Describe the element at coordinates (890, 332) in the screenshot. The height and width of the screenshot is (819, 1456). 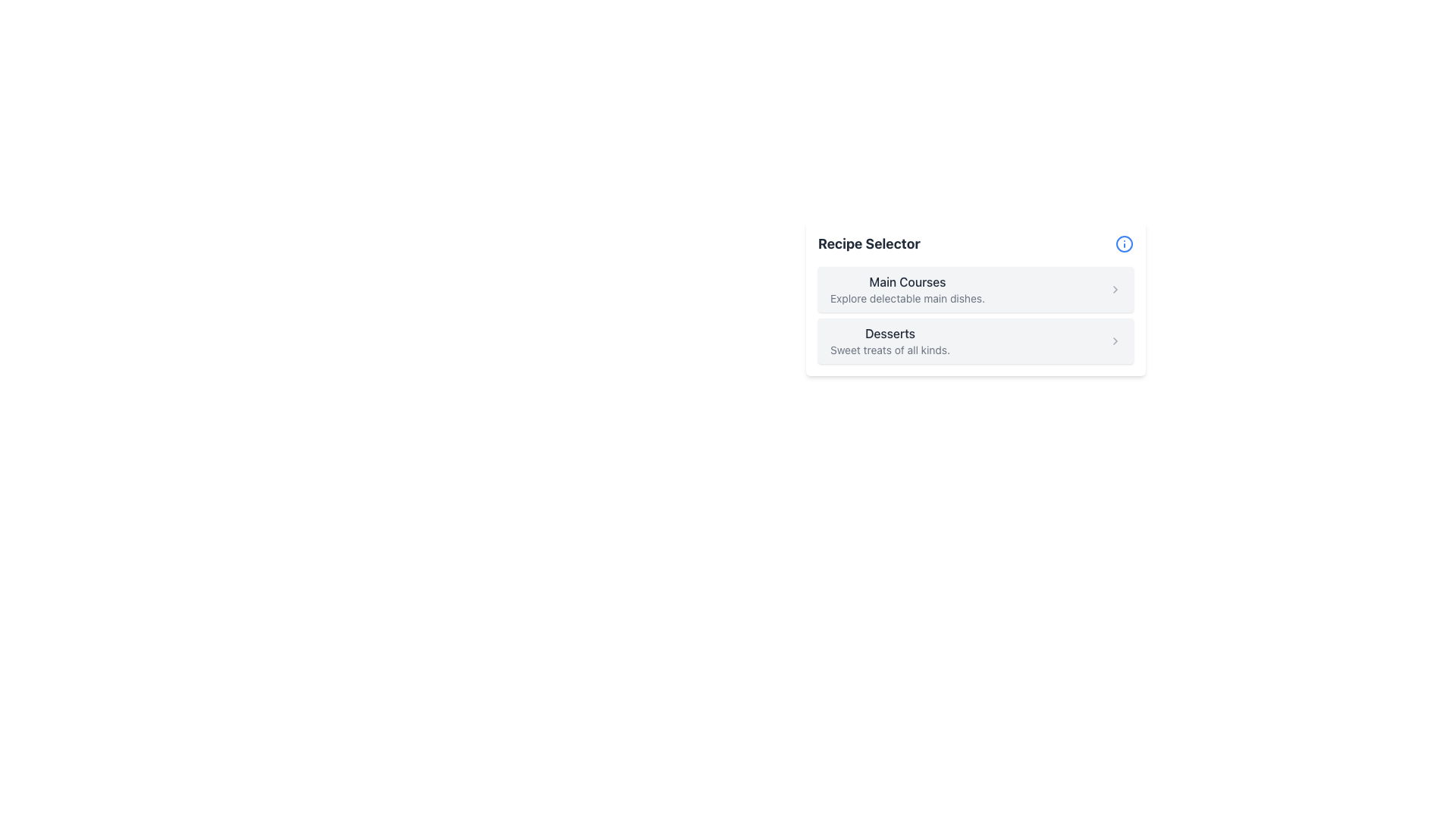
I see `the 'Desserts' text label, which is styled in medium gray font and positioned in the center of a white card-like component, located above a smaller descriptive text` at that location.